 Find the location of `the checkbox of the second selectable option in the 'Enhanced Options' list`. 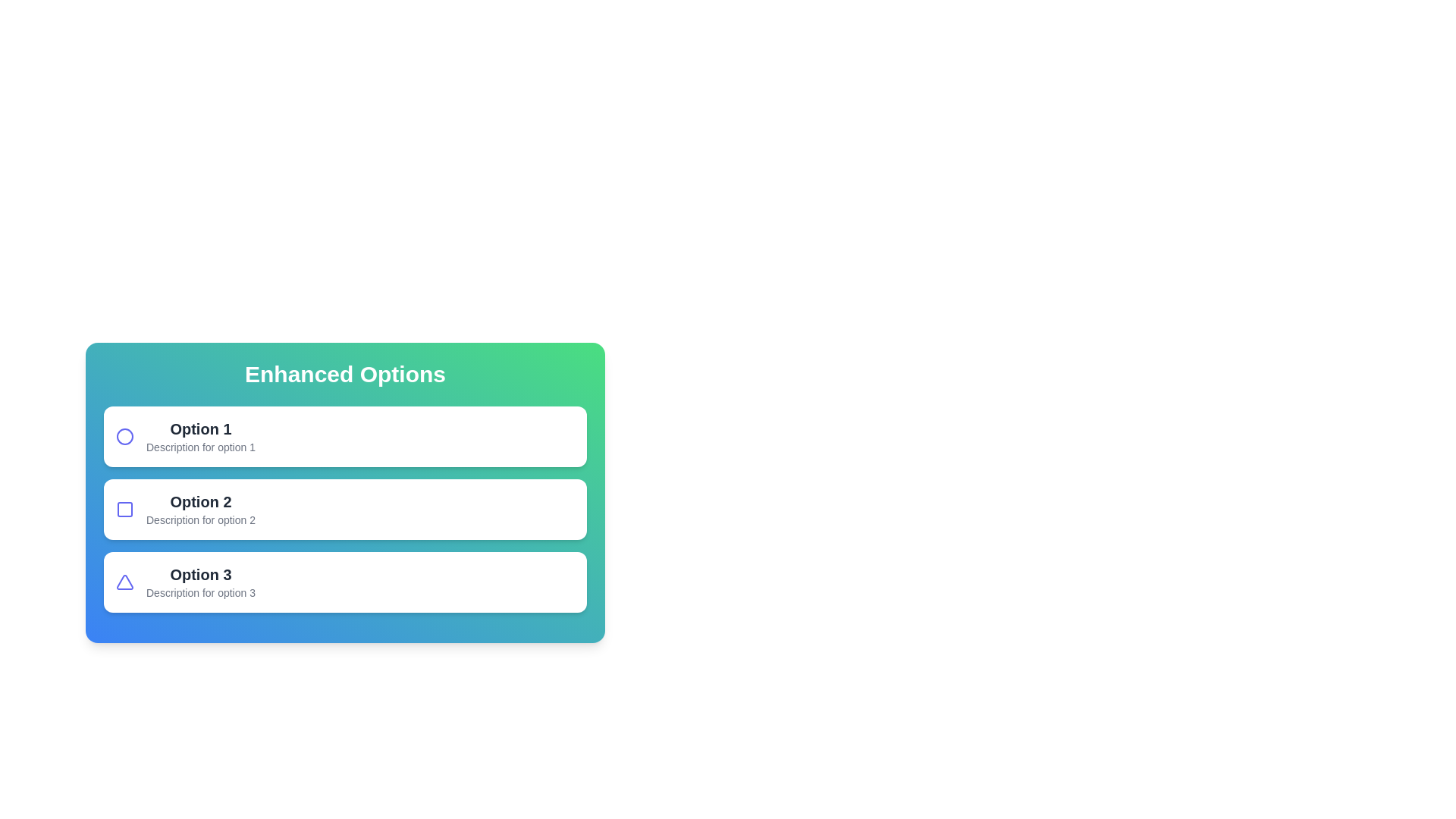

the checkbox of the second selectable option in the 'Enhanced Options' list is located at coordinates (344, 509).